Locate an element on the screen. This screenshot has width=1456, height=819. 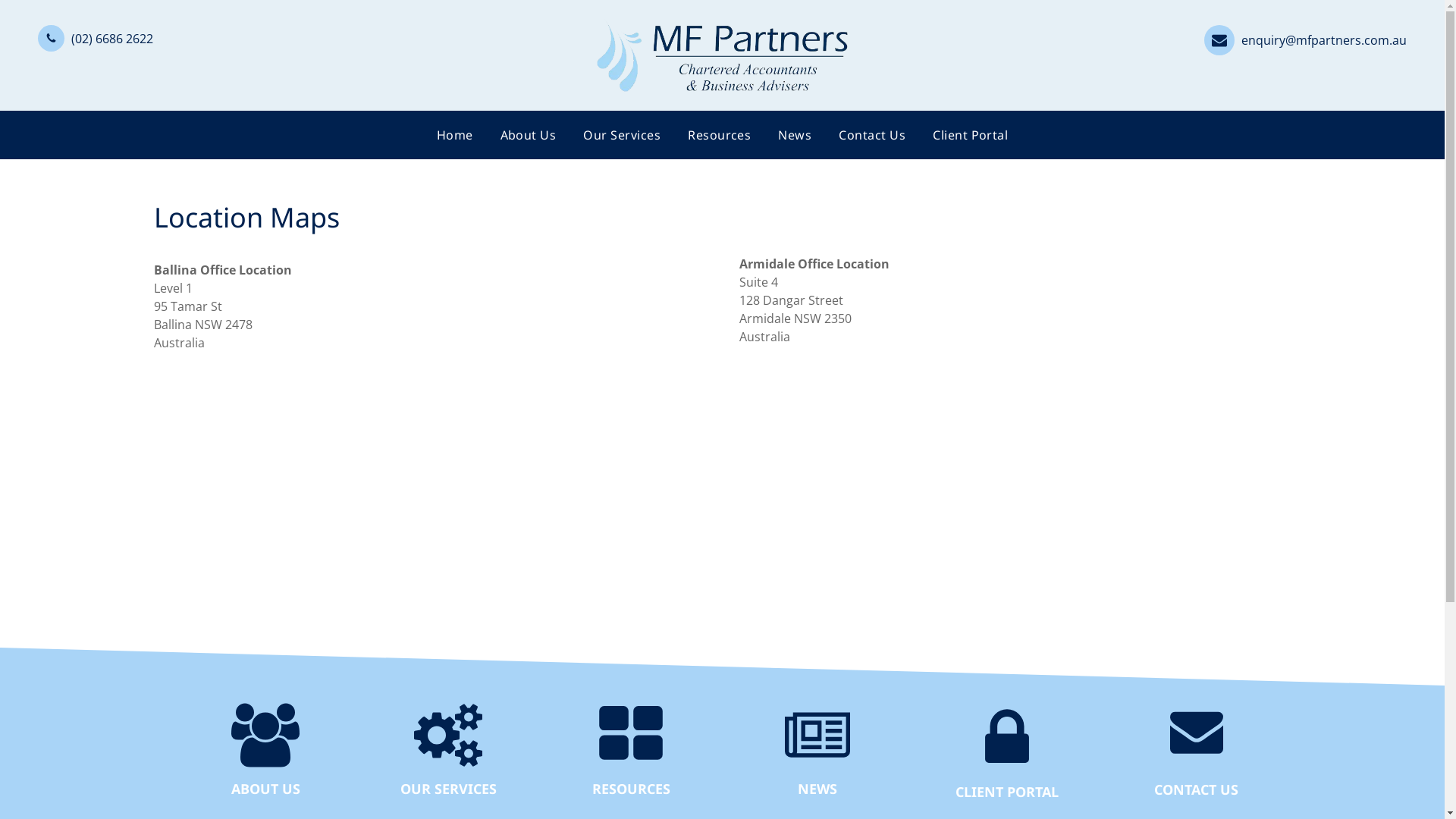
'enquiry@mfpartners.com.au' is located at coordinates (1304, 37).